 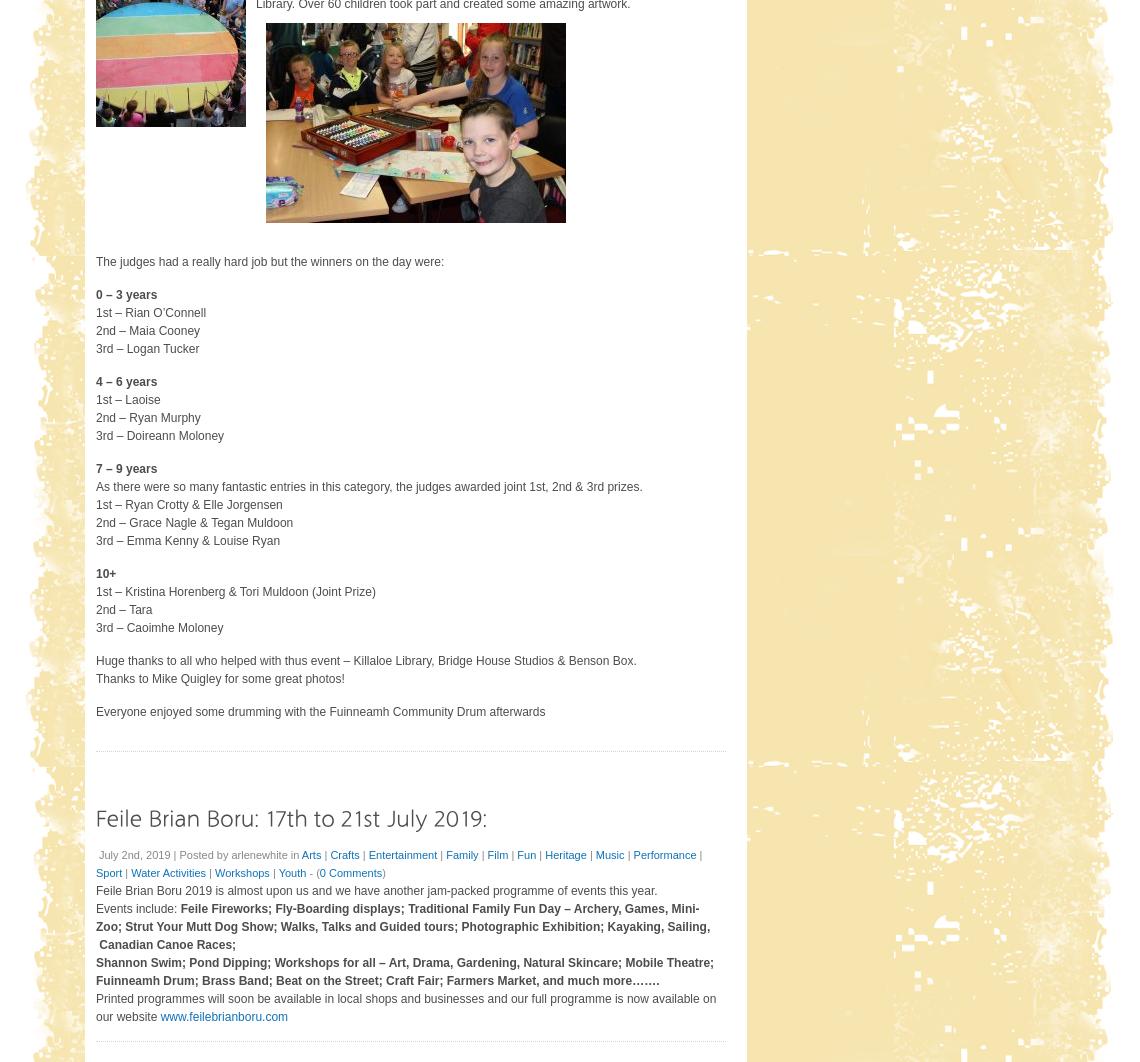 What do you see at coordinates (320, 711) in the screenshot?
I see `'Everyone enjoyed some drumming with the Fuinneamh Community Drum afterwards'` at bounding box center [320, 711].